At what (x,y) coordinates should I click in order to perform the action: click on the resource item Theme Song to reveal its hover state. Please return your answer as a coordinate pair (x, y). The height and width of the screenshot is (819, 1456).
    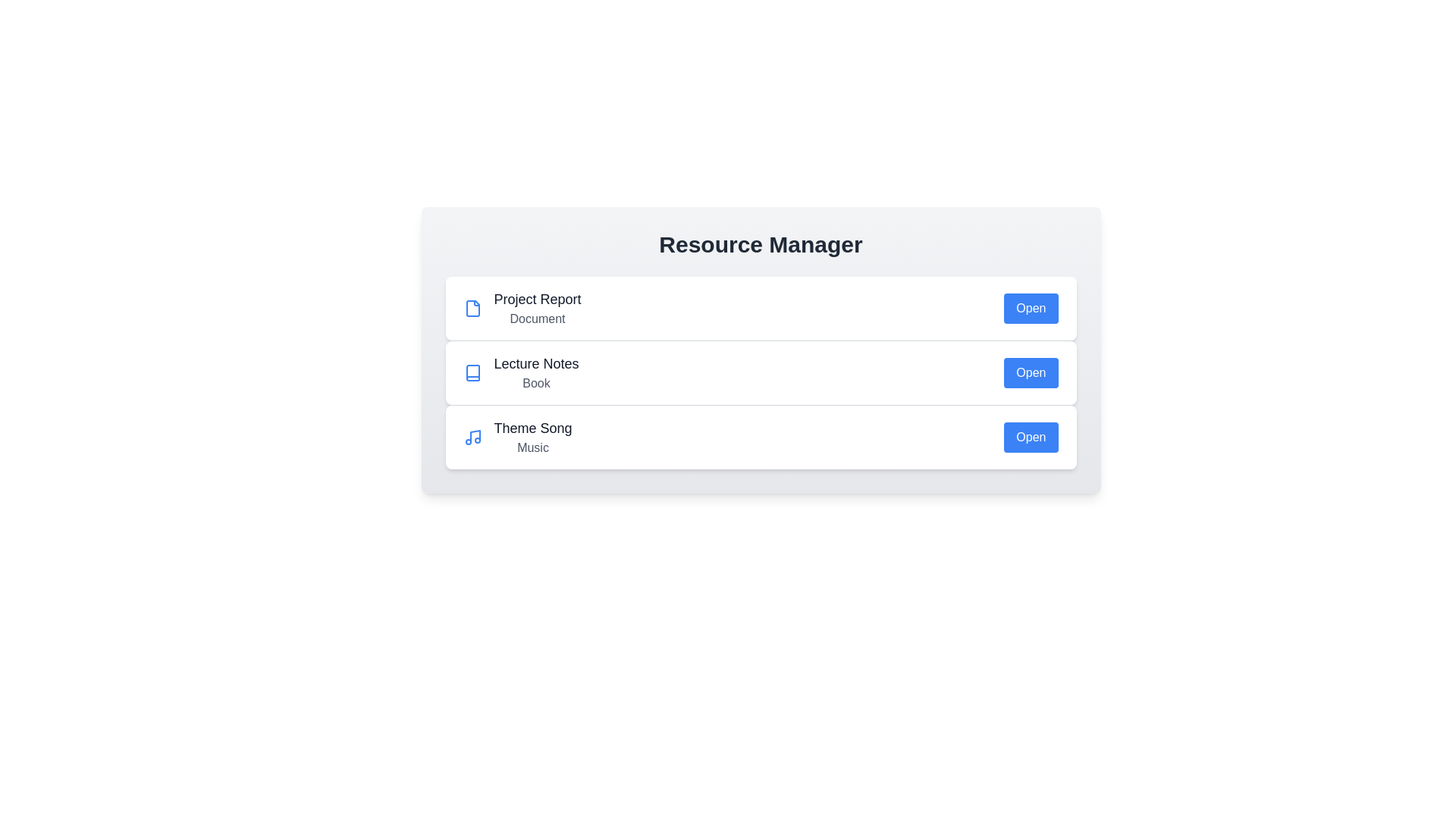
    Looking at the image, I should click on (761, 437).